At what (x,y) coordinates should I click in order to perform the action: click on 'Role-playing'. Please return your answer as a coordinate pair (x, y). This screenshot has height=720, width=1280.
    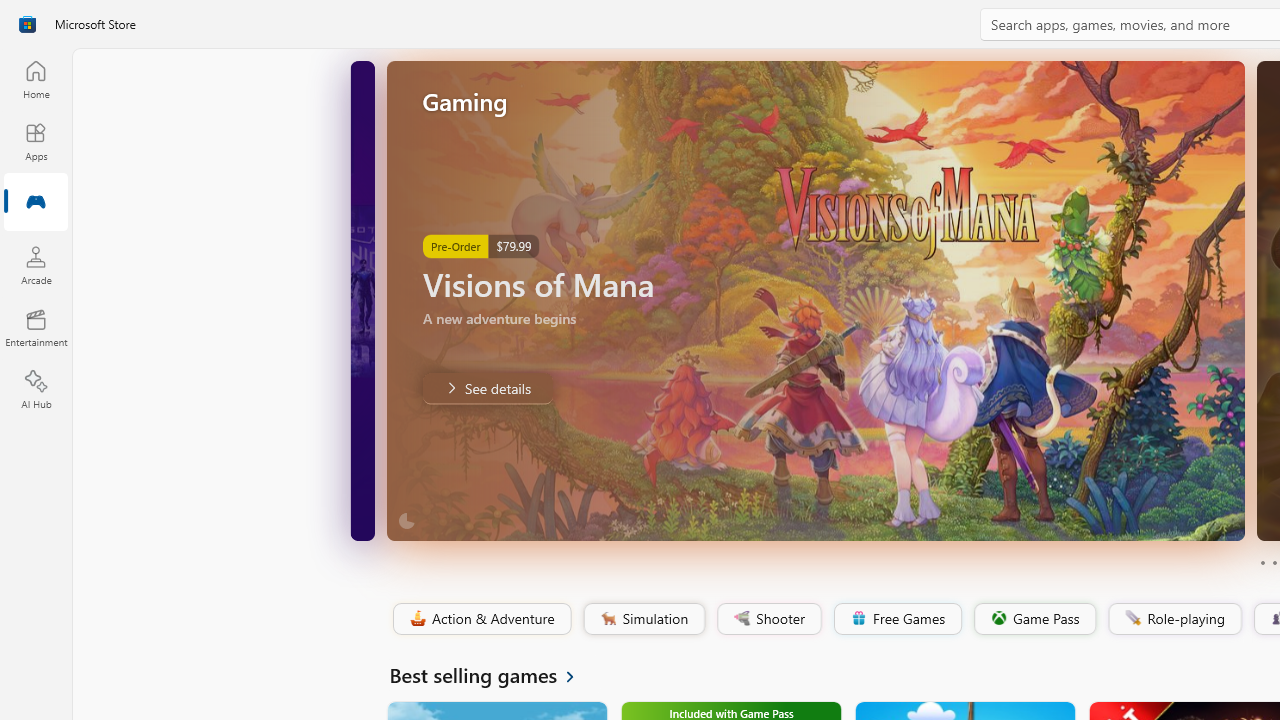
    Looking at the image, I should click on (1175, 618).